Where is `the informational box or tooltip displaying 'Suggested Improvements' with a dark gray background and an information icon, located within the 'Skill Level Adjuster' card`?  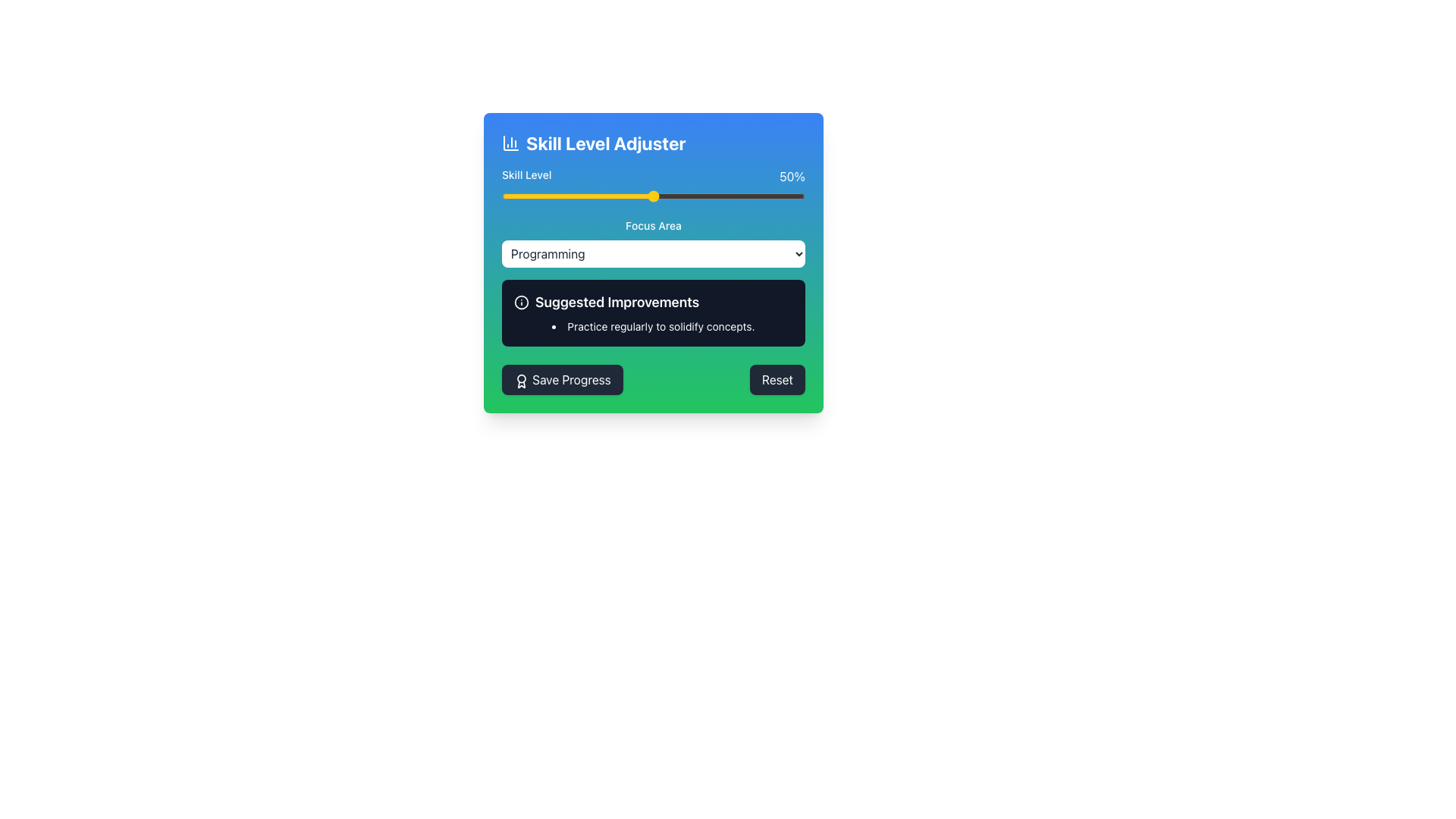
the informational box or tooltip displaying 'Suggested Improvements' with a dark gray background and an information icon, located within the 'Skill Level Adjuster' card is located at coordinates (654, 312).